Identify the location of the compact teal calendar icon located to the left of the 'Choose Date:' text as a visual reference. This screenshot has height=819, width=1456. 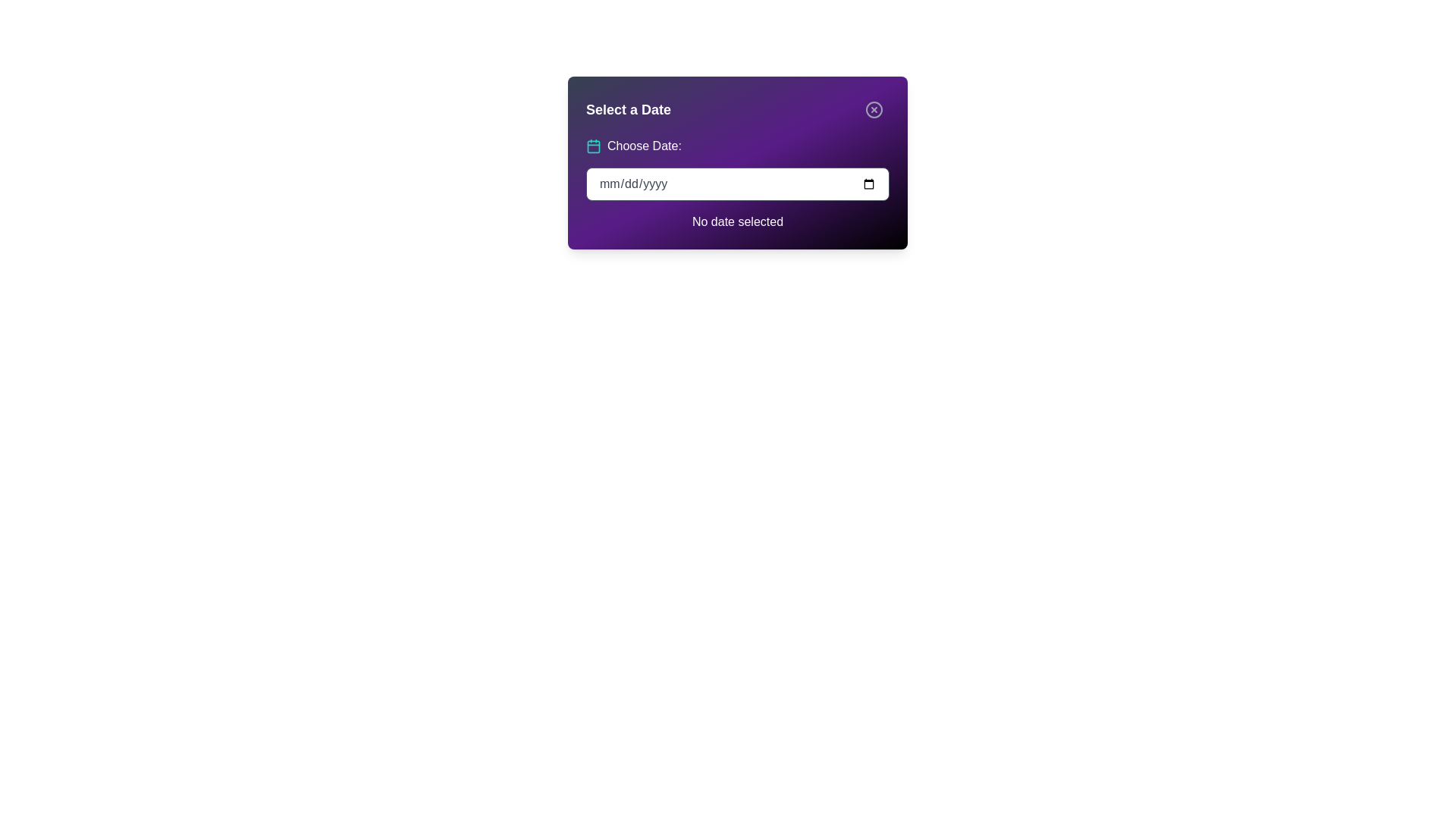
(592, 146).